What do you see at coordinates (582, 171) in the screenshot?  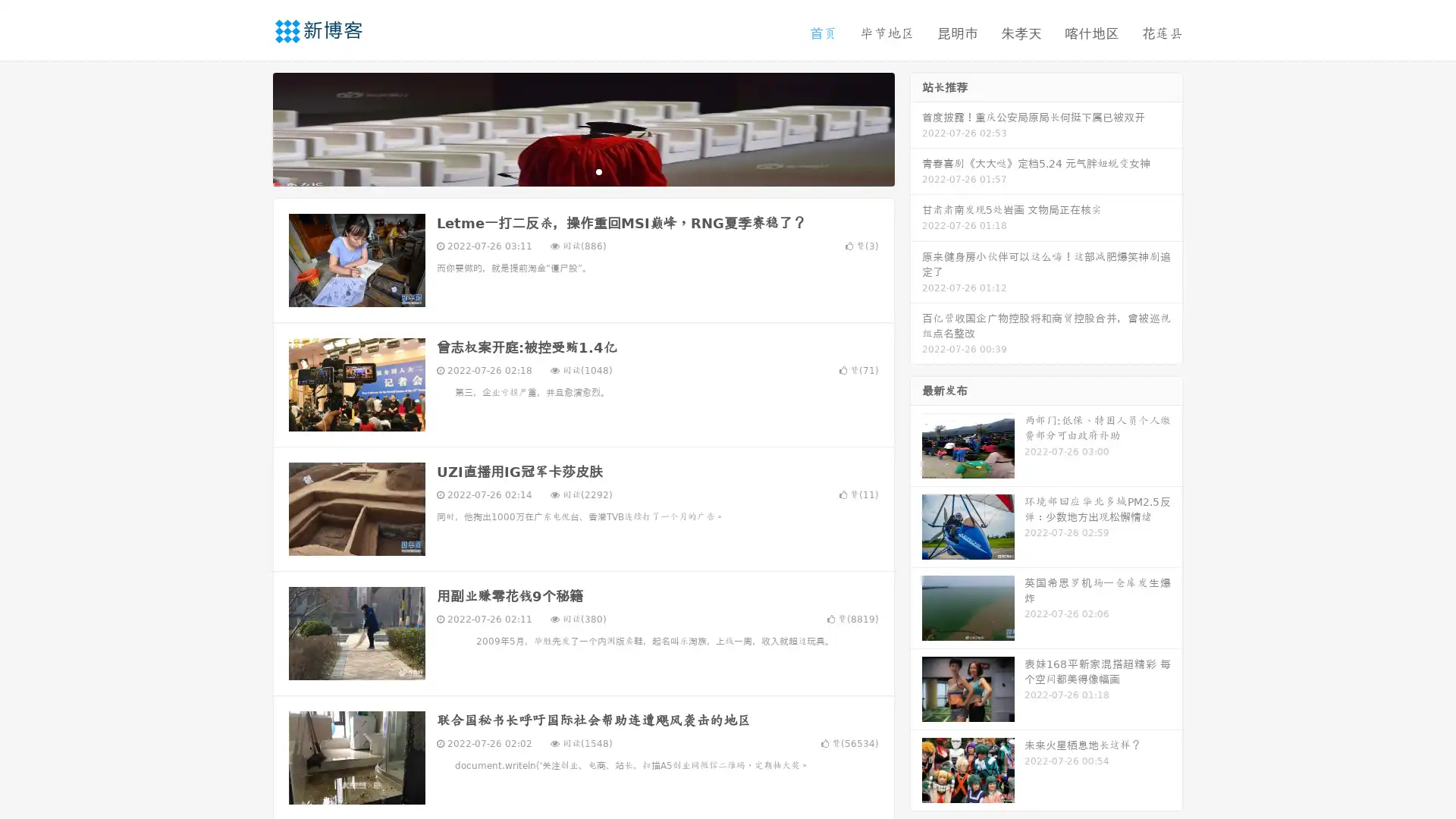 I see `Go to slide 2` at bounding box center [582, 171].